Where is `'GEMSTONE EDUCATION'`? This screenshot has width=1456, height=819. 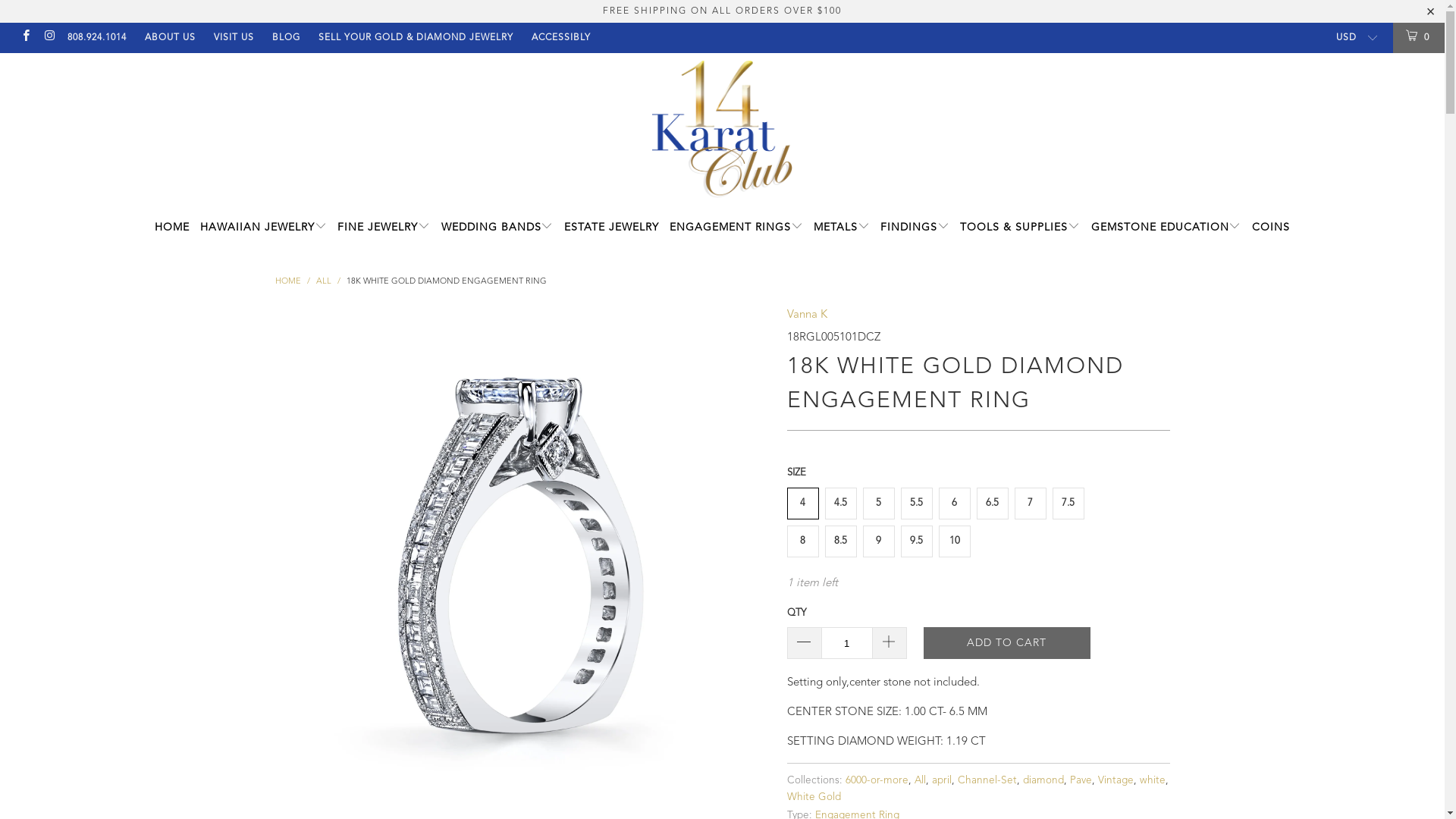 'GEMSTONE EDUCATION' is located at coordinates (1165, 227).